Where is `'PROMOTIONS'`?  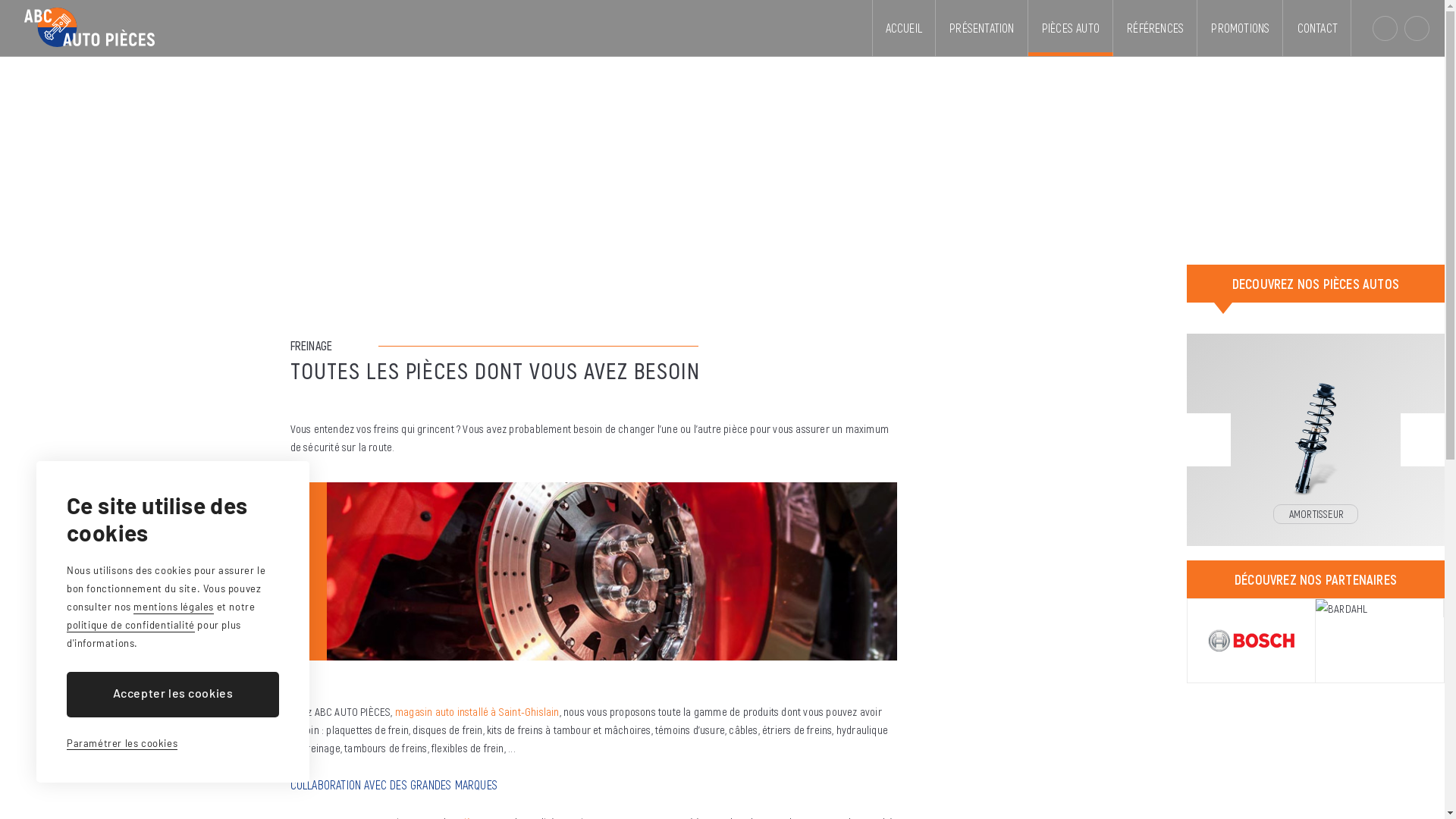 'PROMOTIONS' is located at coordinates (1240, 28).